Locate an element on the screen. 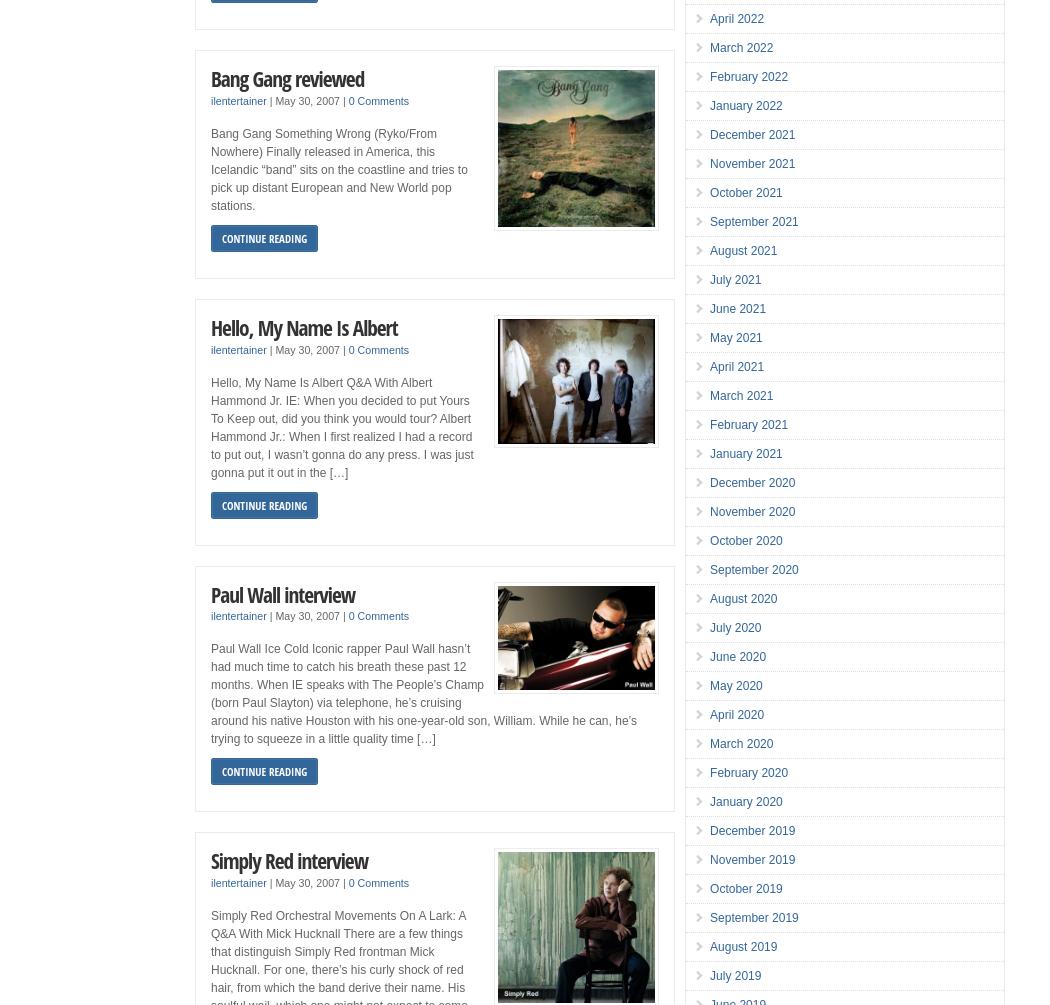 The height and width of the screenshot is (1005, 1050). 'January 2022' is located at coordinates (745, 106).